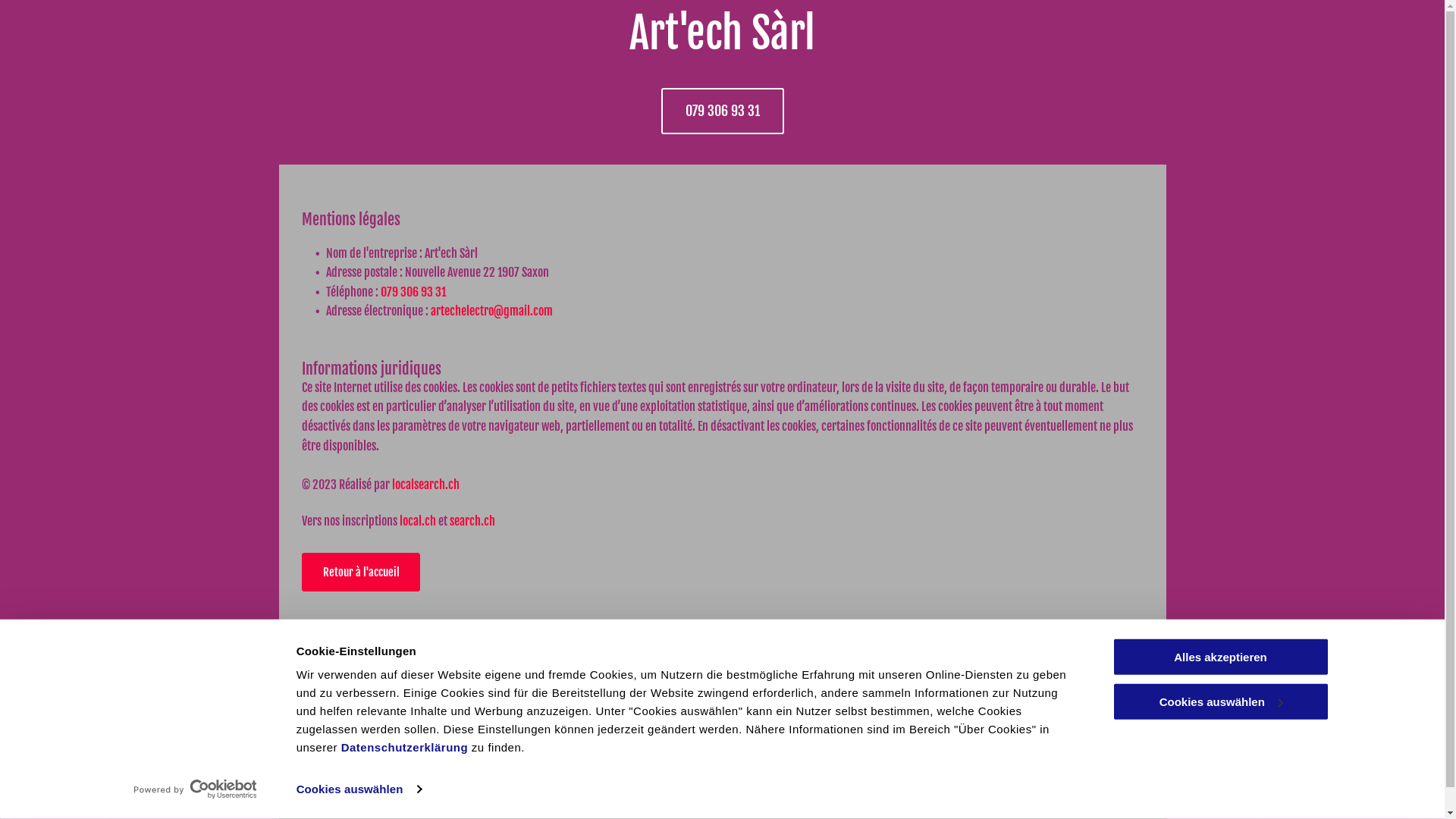  I want to click on '079 306 93 31', so click(661, 110).